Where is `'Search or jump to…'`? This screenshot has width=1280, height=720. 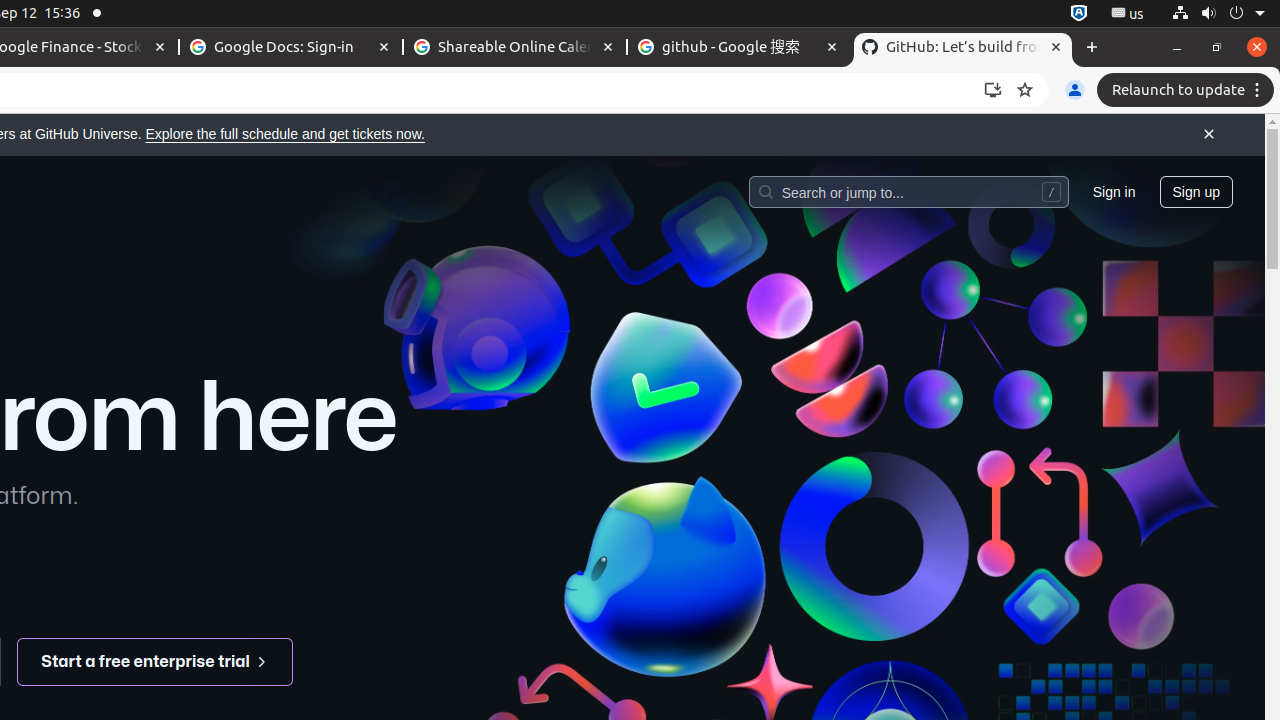 'Search or jump to…' is located at coordinates (907, 191).